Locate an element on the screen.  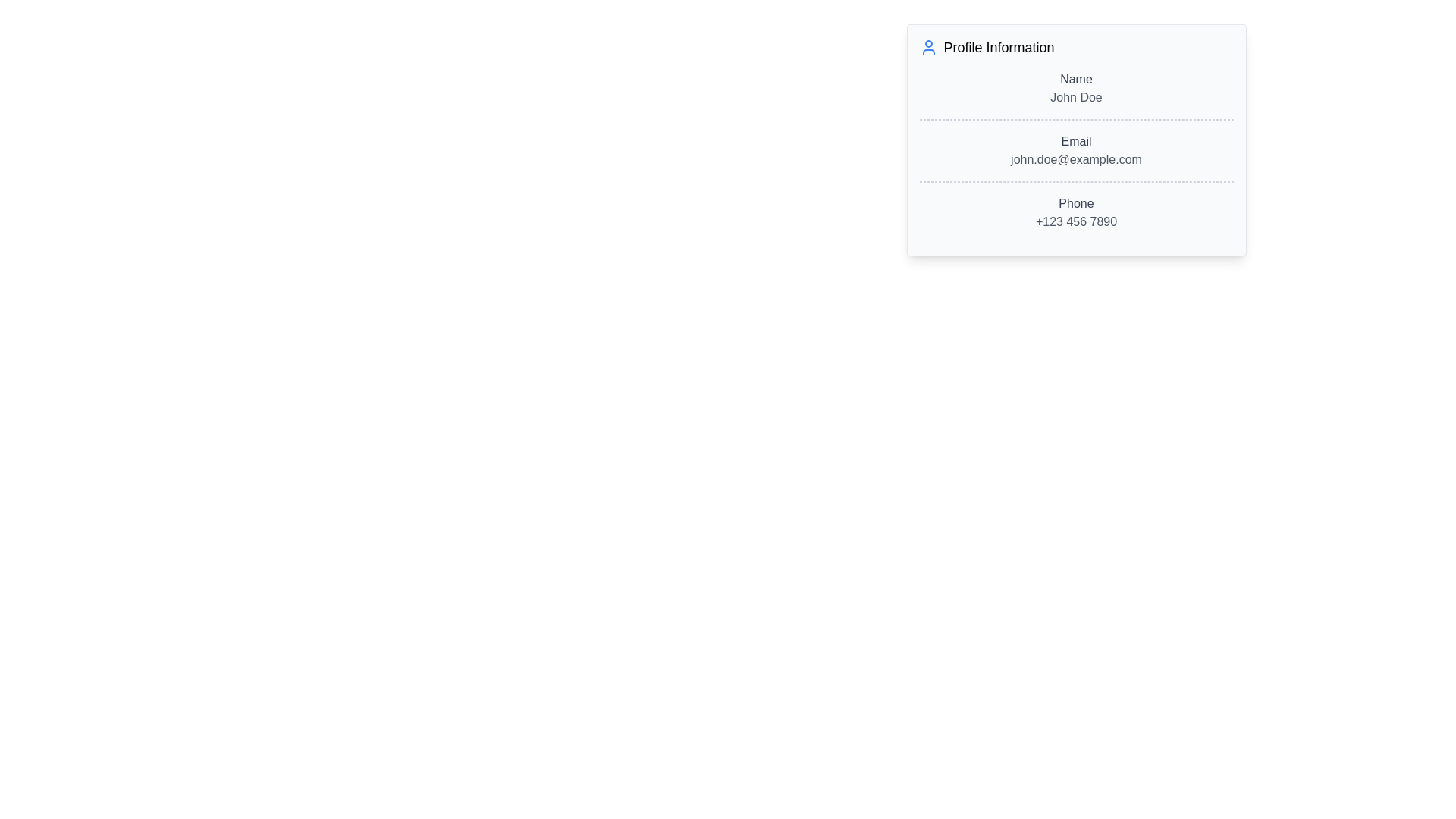
the label element that serves as a title for the associated user name in the 'Profile Information' card is located at coordinates (1075, 79).